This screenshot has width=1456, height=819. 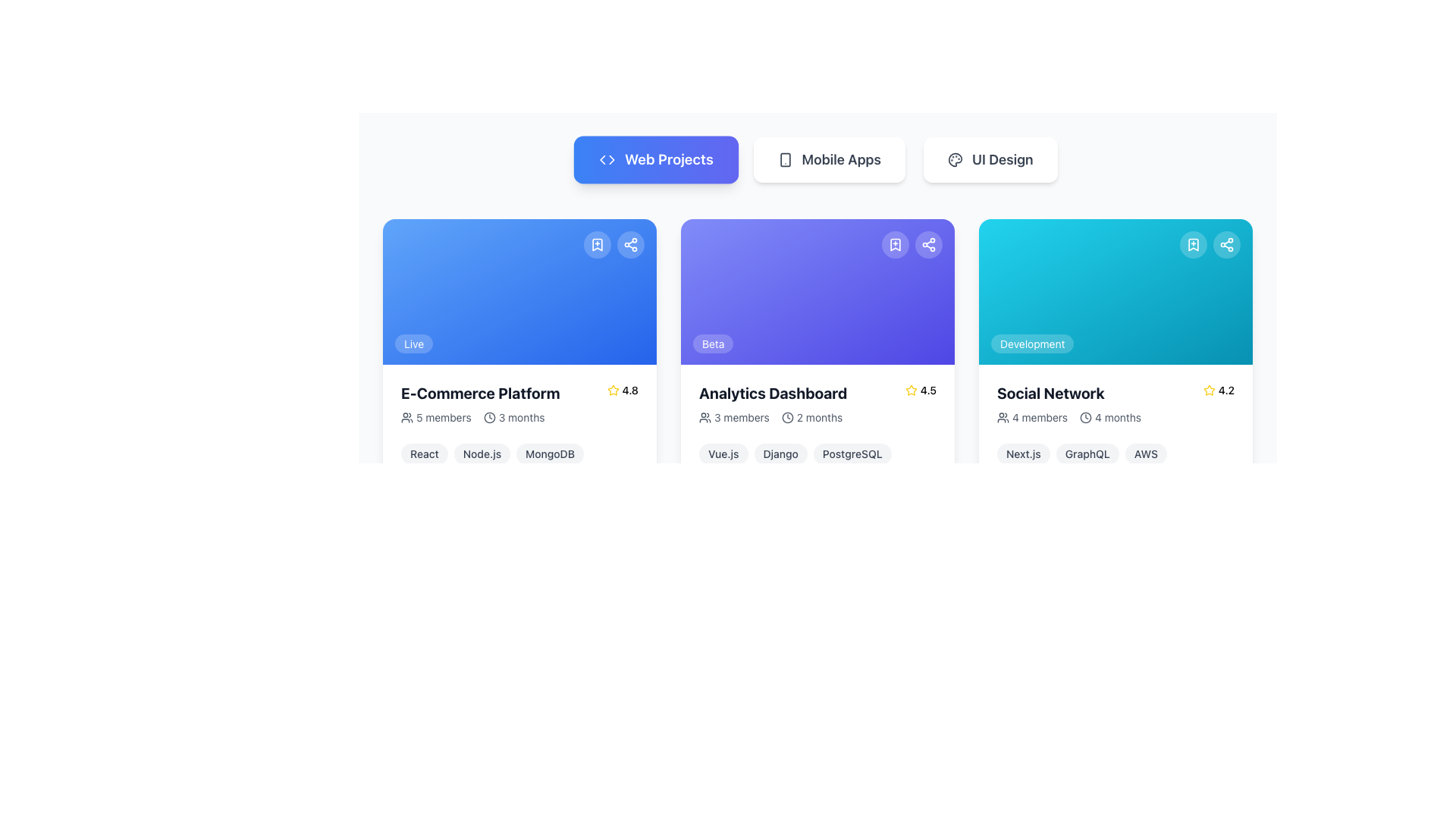 I want to click on the 'Live' tag which is a rounded rectangular label with a semi-transparent white background, positioned near the top-left corner of the first card in the grid layout, so click(x=414, y=344).